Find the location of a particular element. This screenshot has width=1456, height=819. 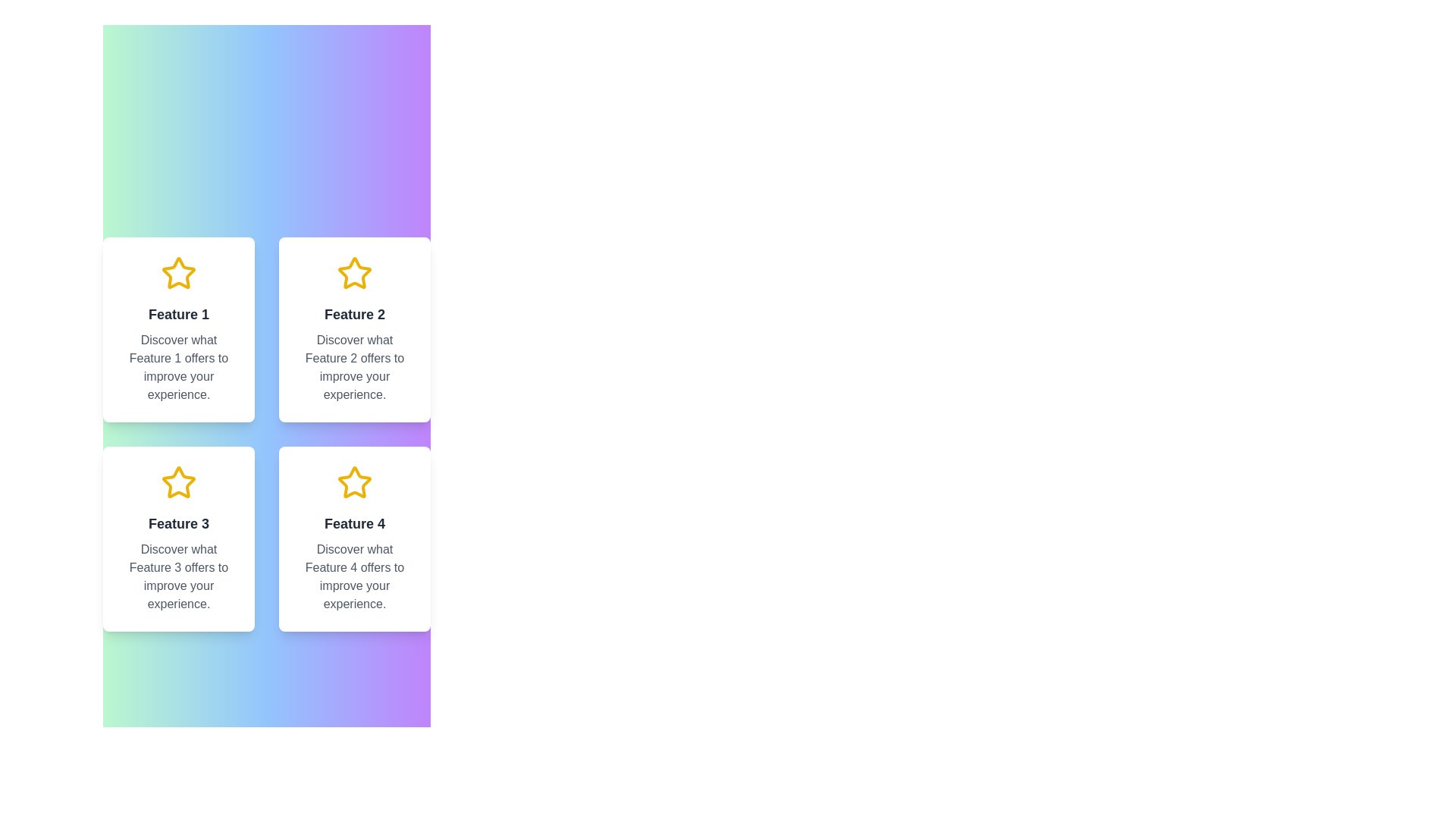

text 'Discover what Feature 2 offers to improve your experience.' located in the center lower part of the second card, below the heading 'Feature 2' is located at coordinates (353, 368).